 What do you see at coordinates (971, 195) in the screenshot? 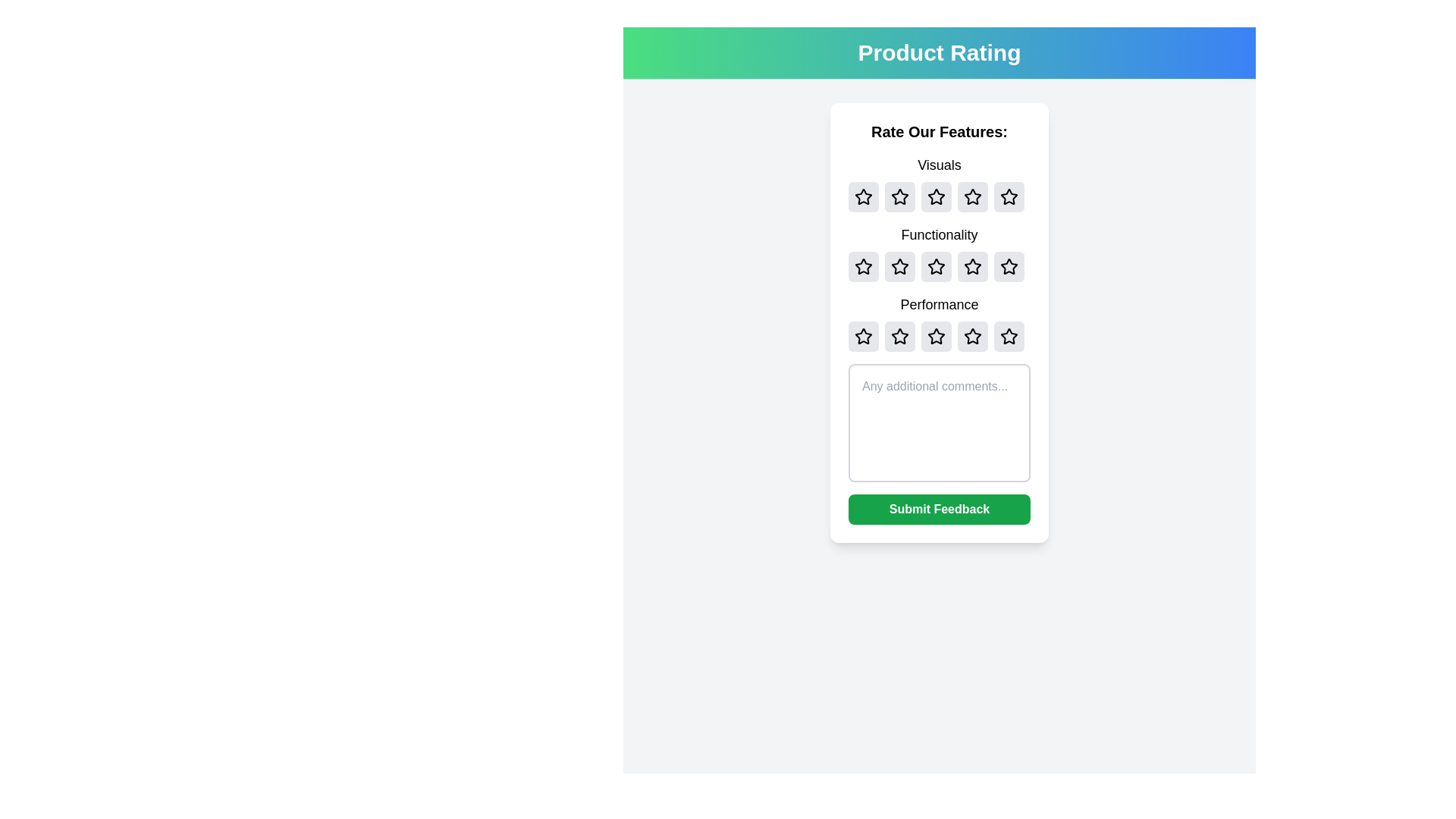
I see `the third star icon in the 'Visuals' rating section` at bounding box center [971, 195].